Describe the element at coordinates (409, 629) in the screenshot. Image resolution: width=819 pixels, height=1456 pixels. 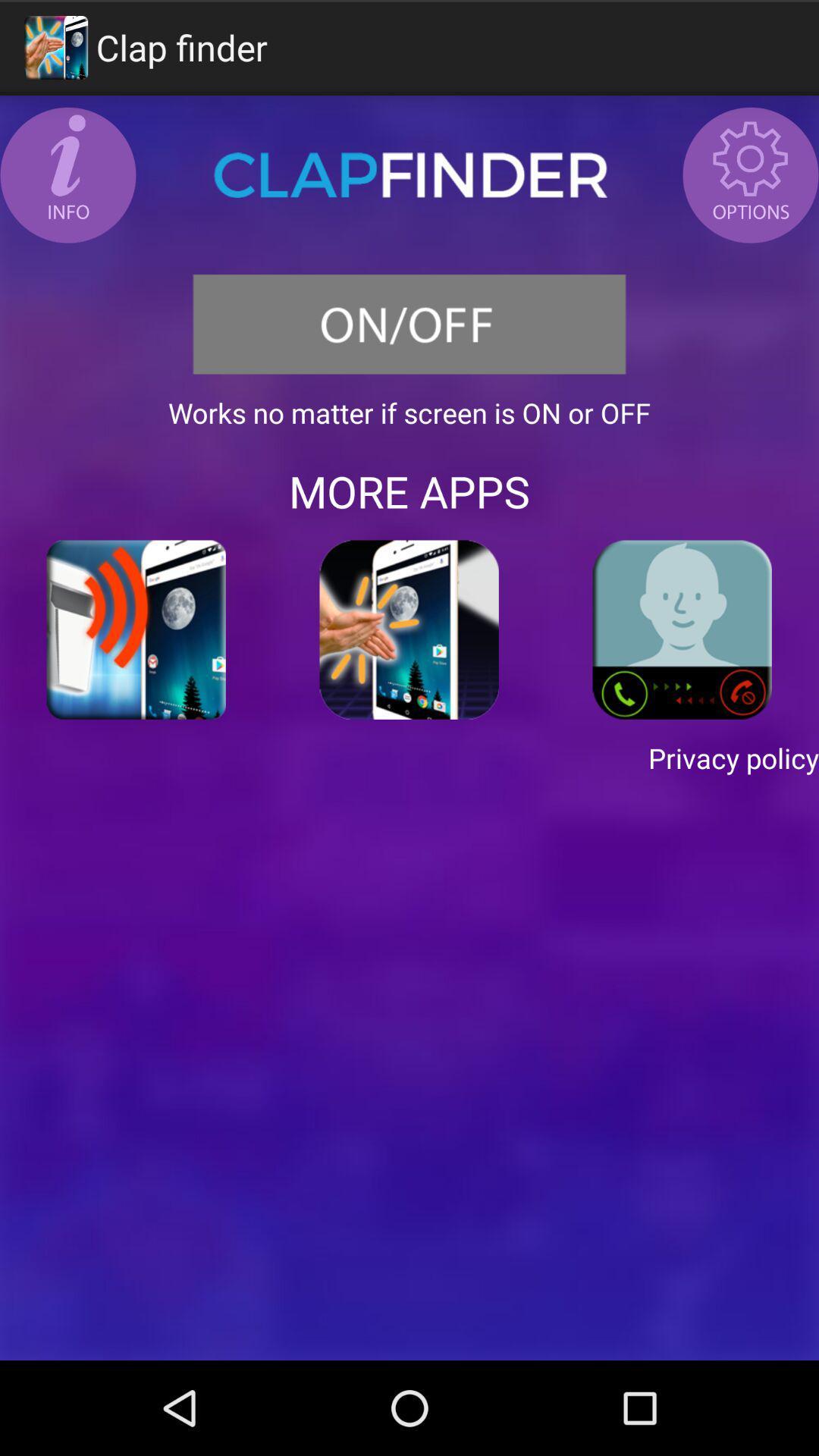
I see `the item above privacy policy icon` at that location.